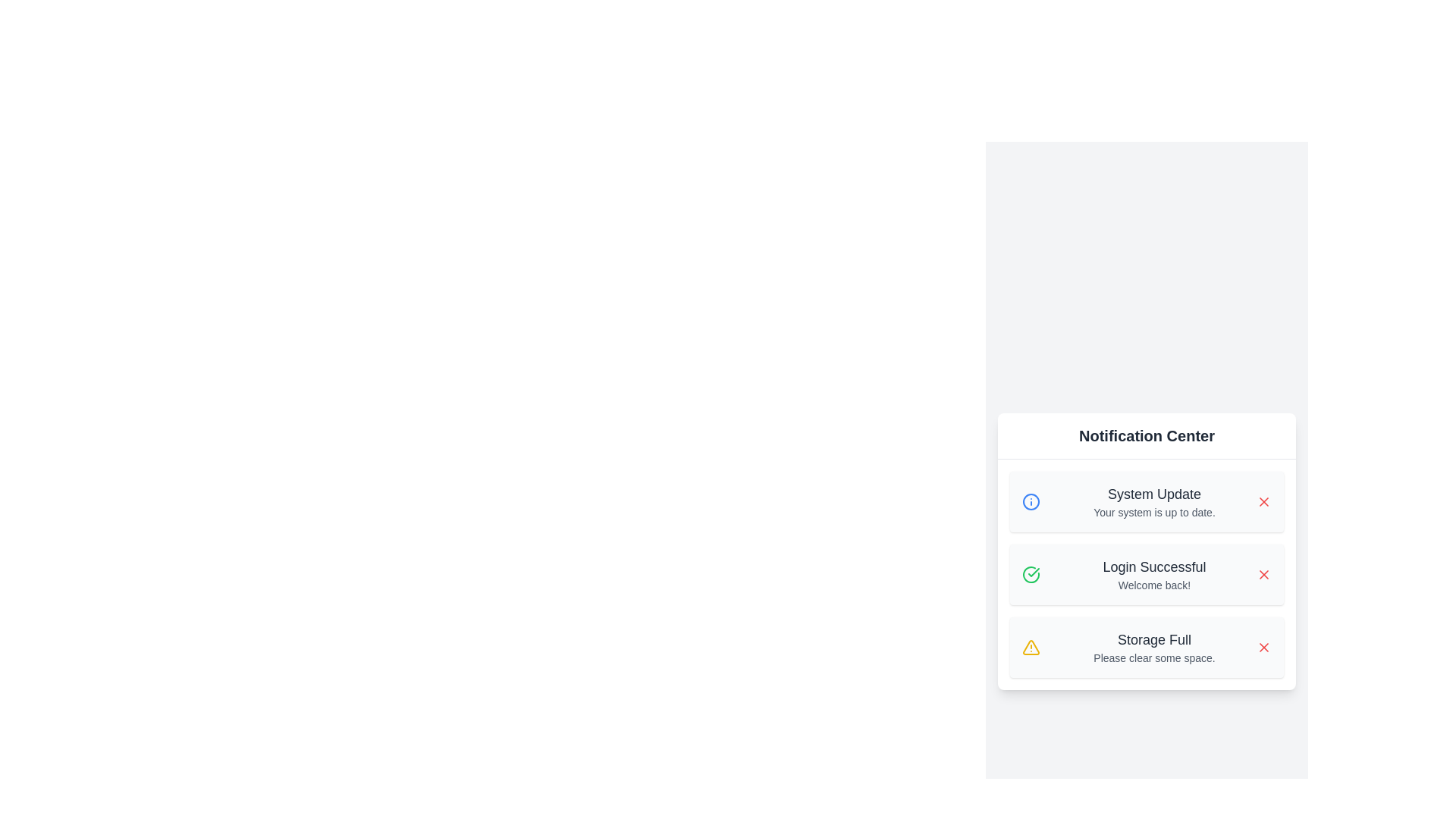  What do you see at coordinates (1037, 647) in the screenshot?
I see `the warning icon indicating a 'Storage Full' notification located to the left of the text 'Storage Full' in the third notification entry of the notification center` at bounding box center [1037, 647].